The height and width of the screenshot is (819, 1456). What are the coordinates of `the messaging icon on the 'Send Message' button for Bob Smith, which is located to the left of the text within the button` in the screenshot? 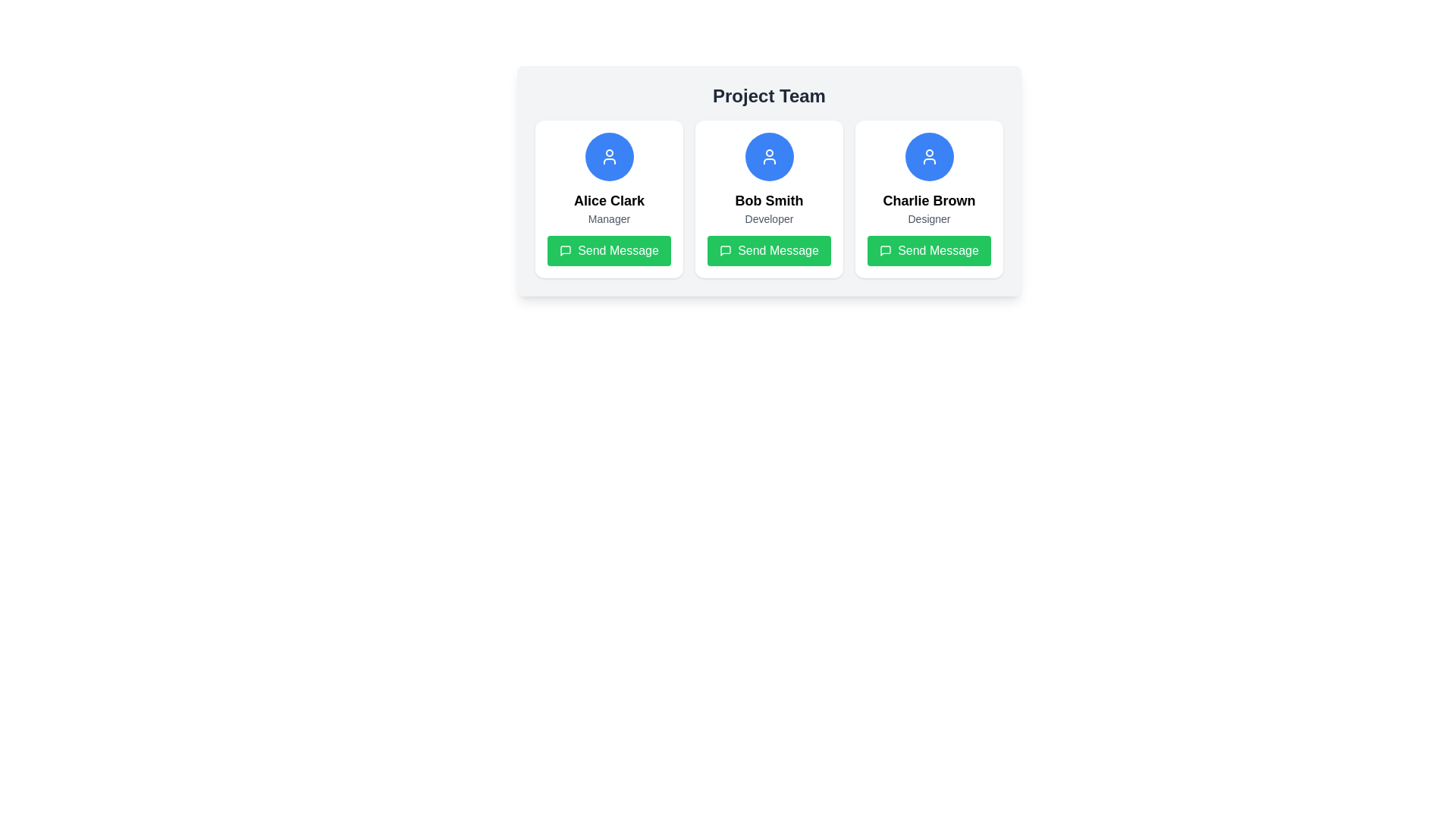 It's located at (725, 250).